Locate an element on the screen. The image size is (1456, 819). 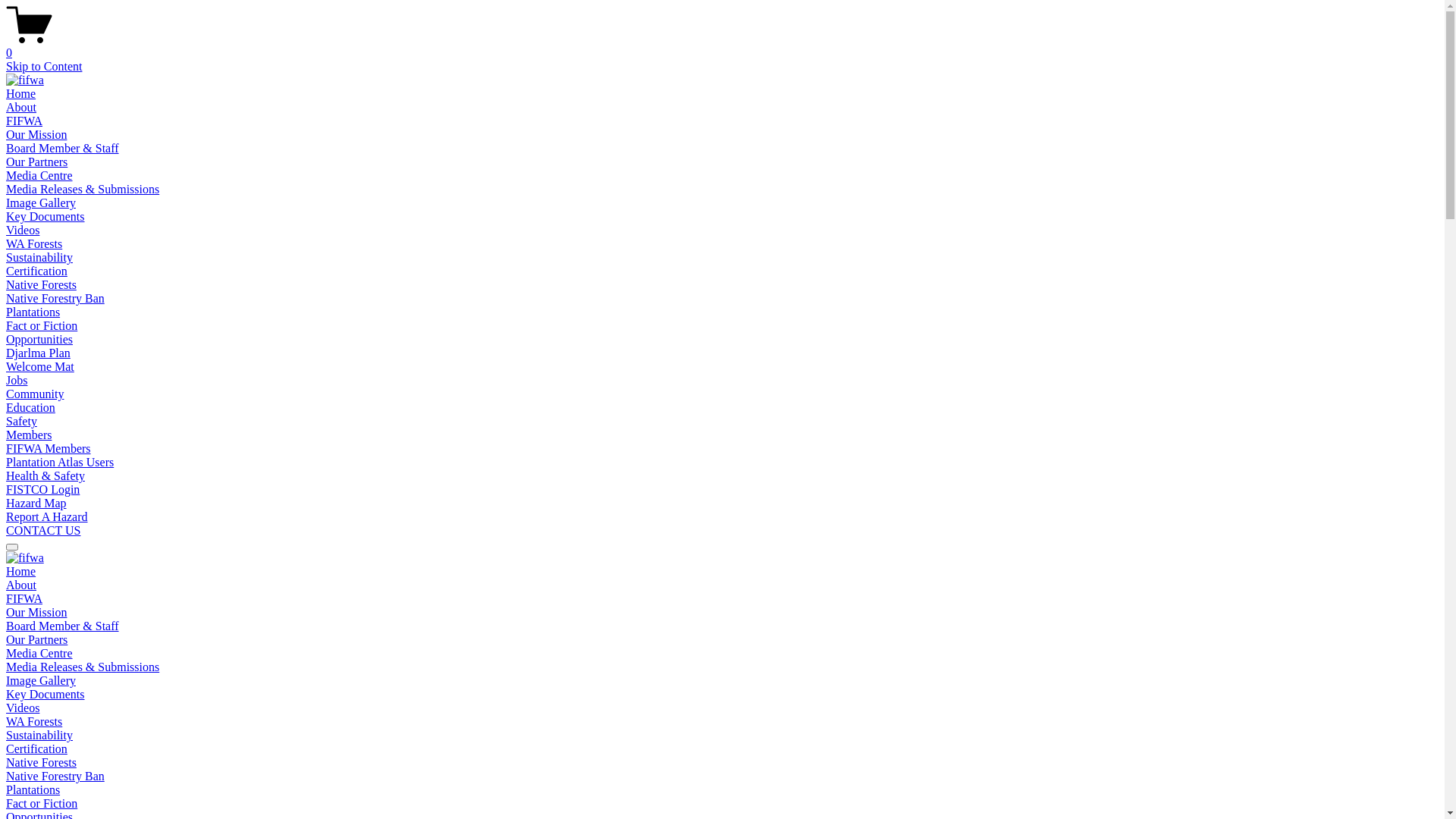
'Certification' is located at coordinates (36, 270).